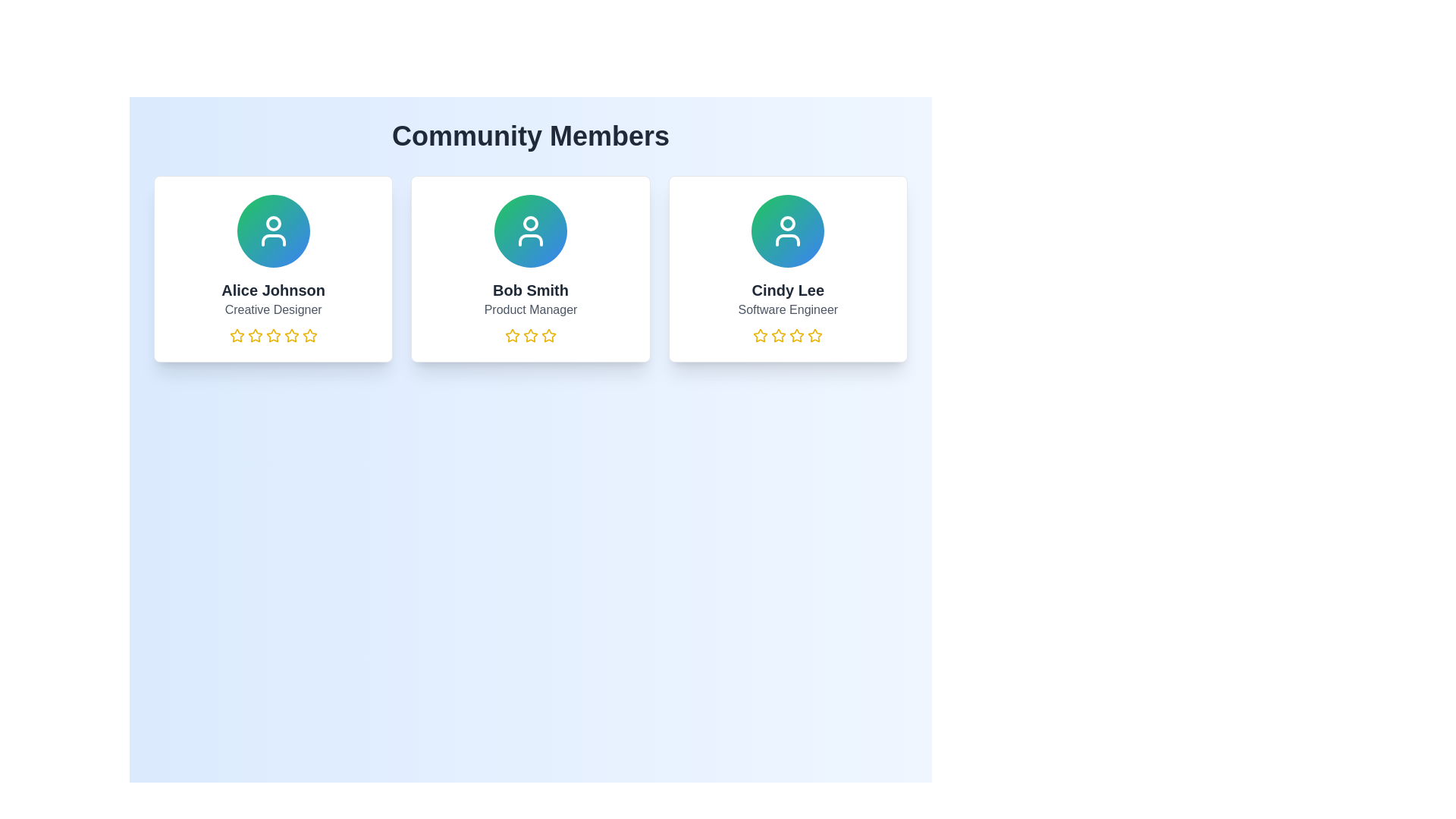 This screenshot has height=819, width=1456. I want to click on the text label displaying 'Cindy Lee' and 'Software Engineer' within the third card in the 'Community Members' section, so click(788, 311).